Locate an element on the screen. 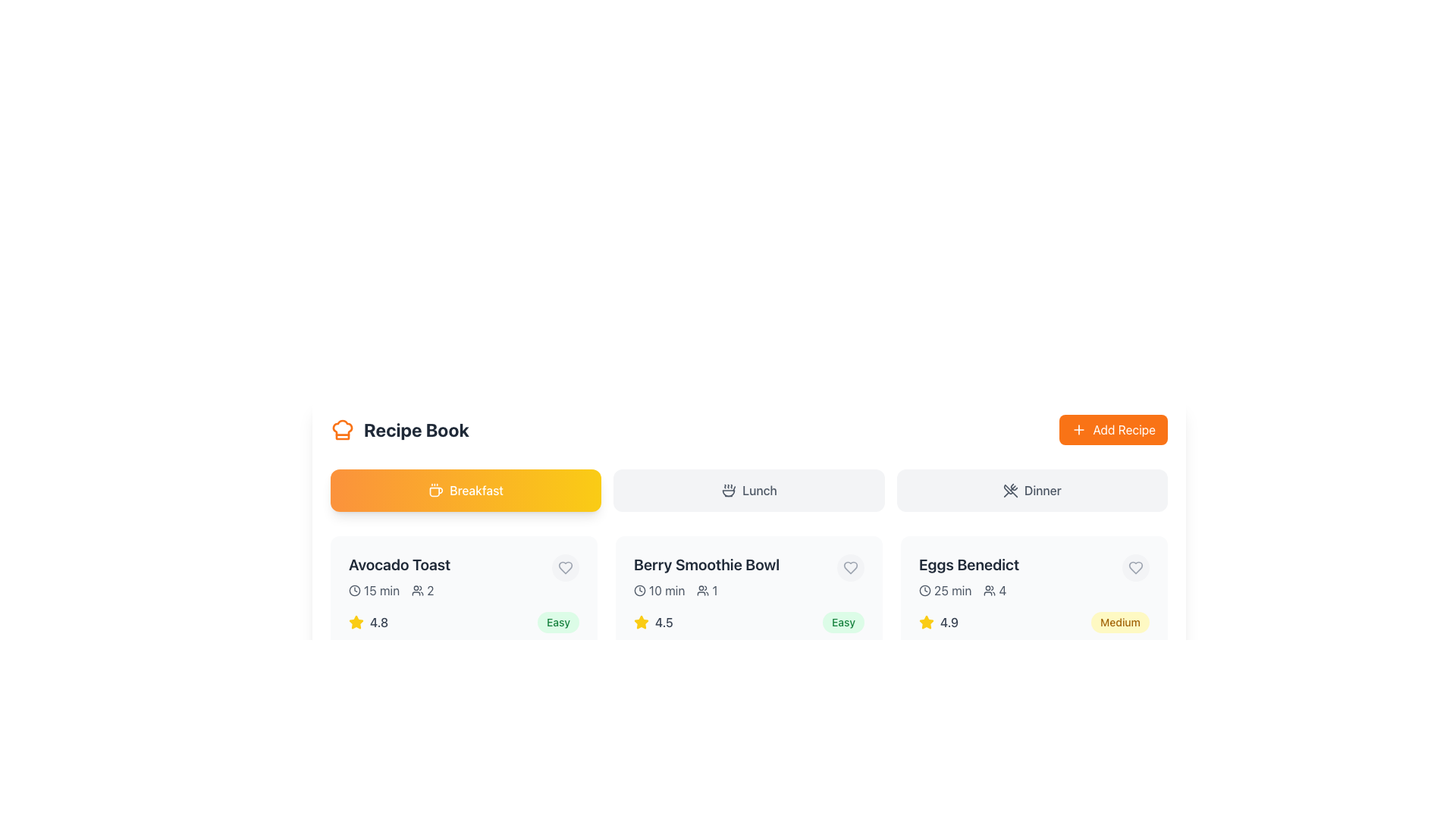 This screenshot has width=1456, height=819. the 'Medium' label with a yellow background located in the bottom-right corner of the 'Eggs Benedict' section is located at coordinates (1120, 623).